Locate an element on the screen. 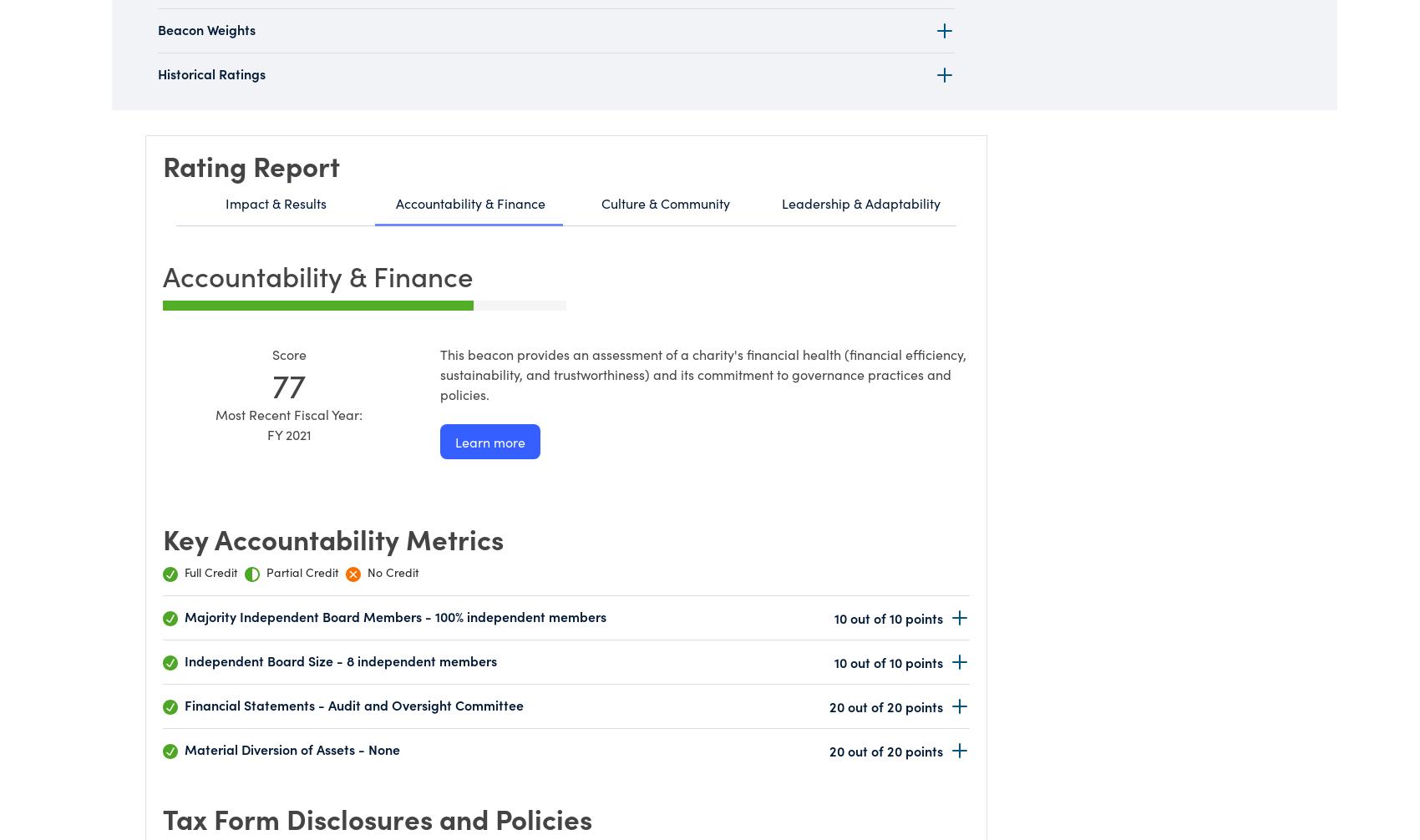 The image size is (1420, 840). 'Majority Independent Board Members - 100% independent members' is located at coordinates (185, 615).